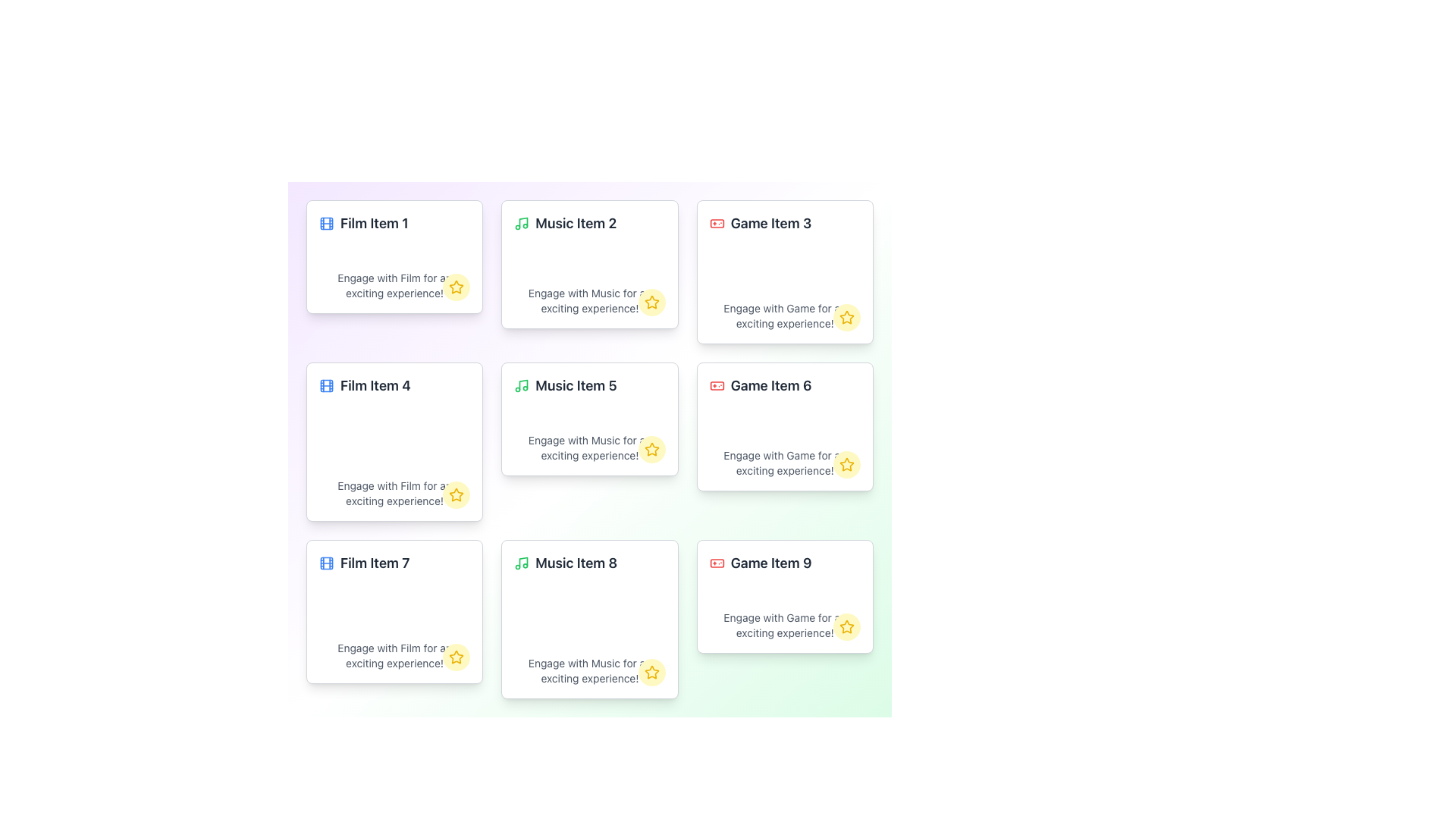  Describe the element at coordinates (455, 494) in the screenshot. I see `the star icon located at the bottom-right corner of the 'Film Item 4' card in the second row, first column of the grid layout to favorite the item` at that location.